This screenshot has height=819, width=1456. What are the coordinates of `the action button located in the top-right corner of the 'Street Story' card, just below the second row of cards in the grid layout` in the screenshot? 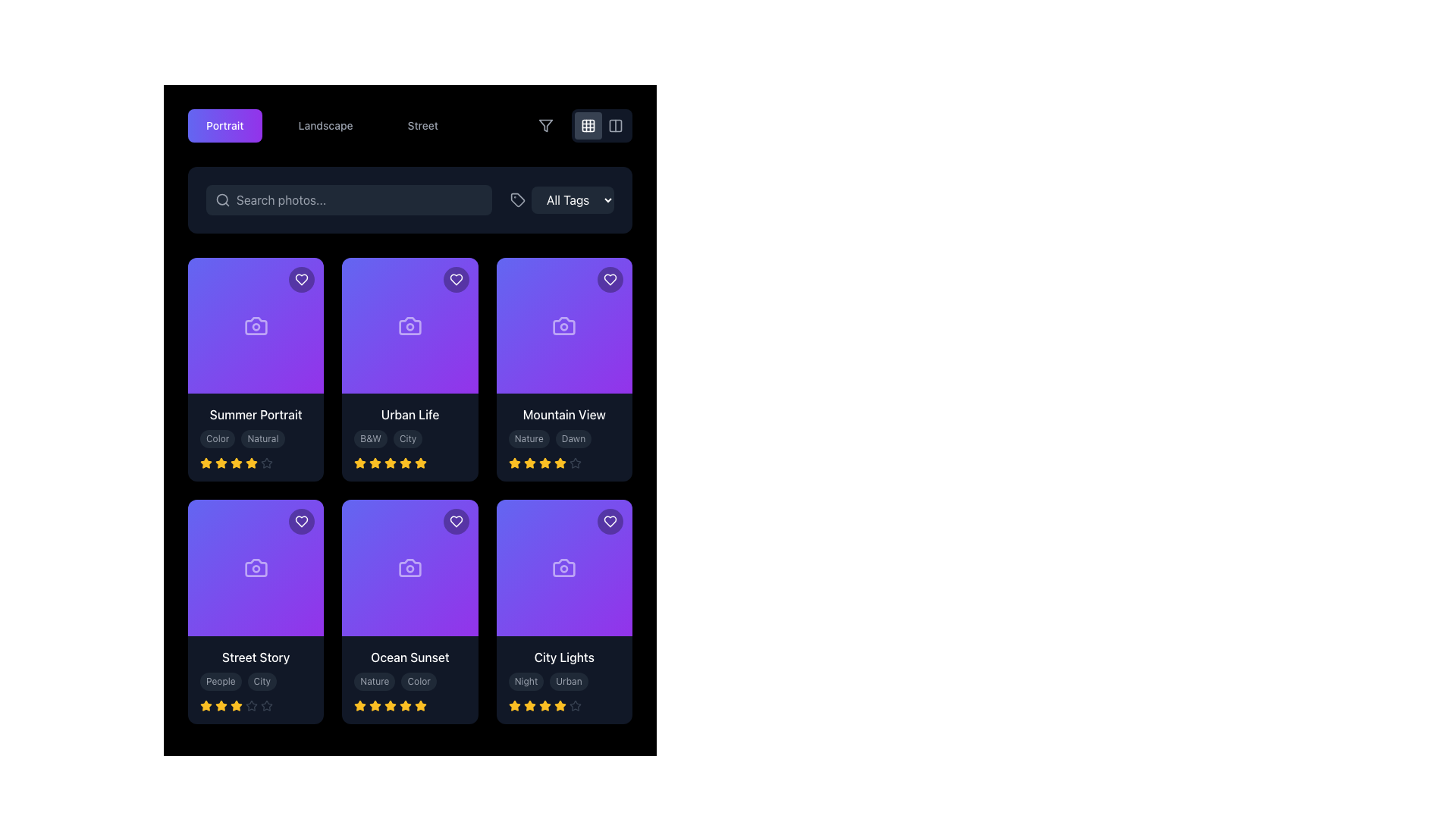 It's located at (302, 521).